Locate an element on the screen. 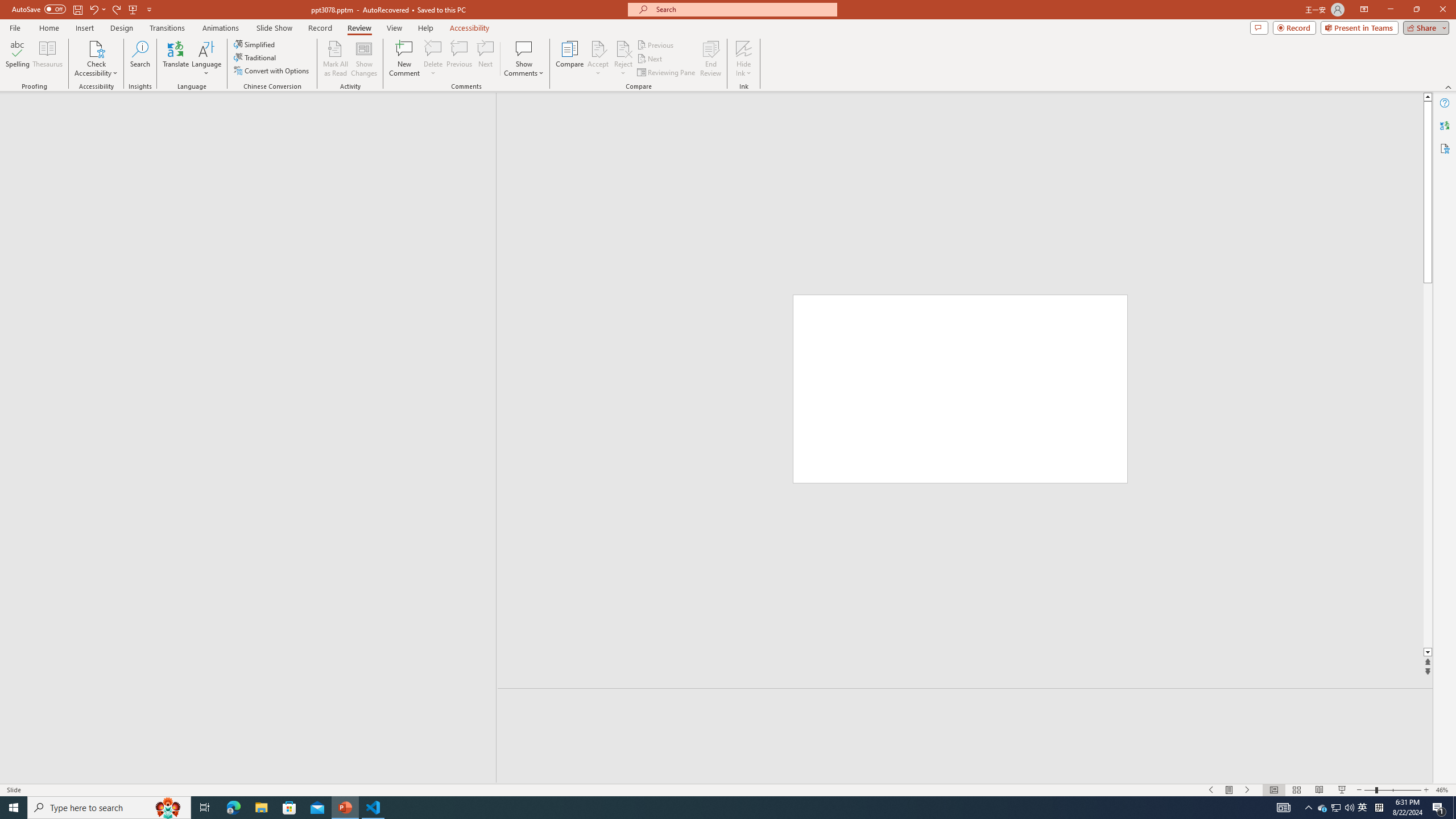 Image resolution: width=1456 pixels, height=819 pixels. 'Accept Change' is located at coordinates (598, 48).